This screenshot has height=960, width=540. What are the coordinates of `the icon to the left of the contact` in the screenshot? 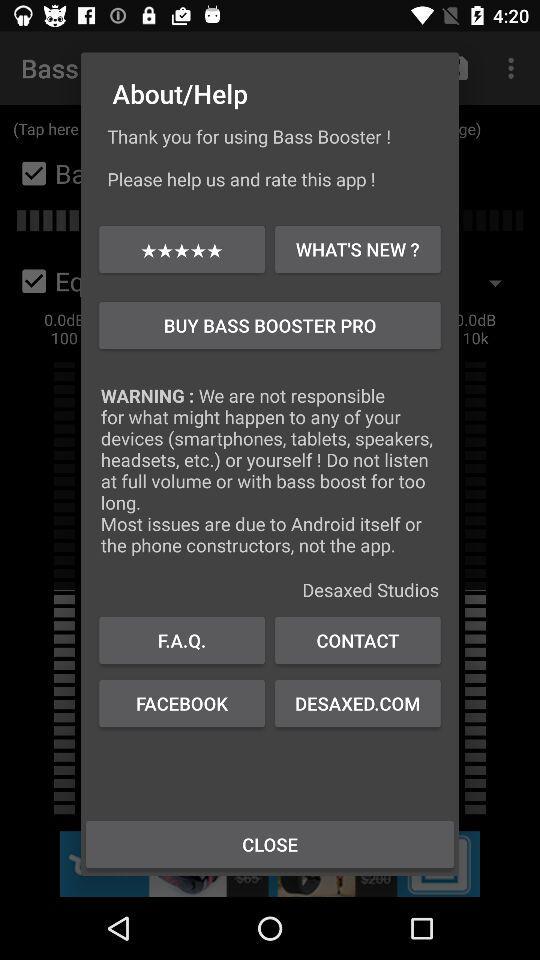 It's located at (182, 703).